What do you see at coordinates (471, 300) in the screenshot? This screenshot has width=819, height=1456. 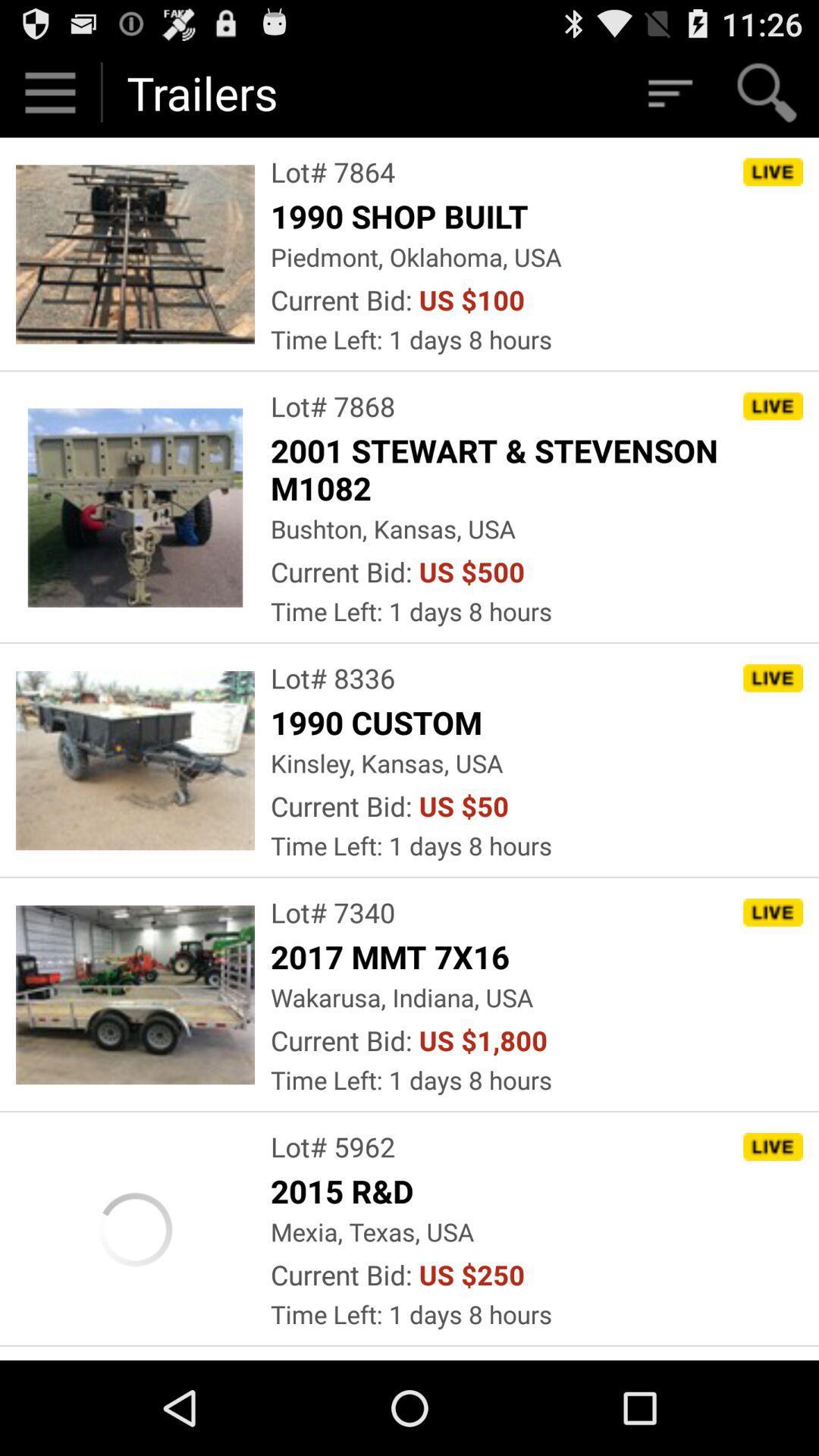 I see `the item to the right of the current bid:  app` at bounding box center [471, 300].